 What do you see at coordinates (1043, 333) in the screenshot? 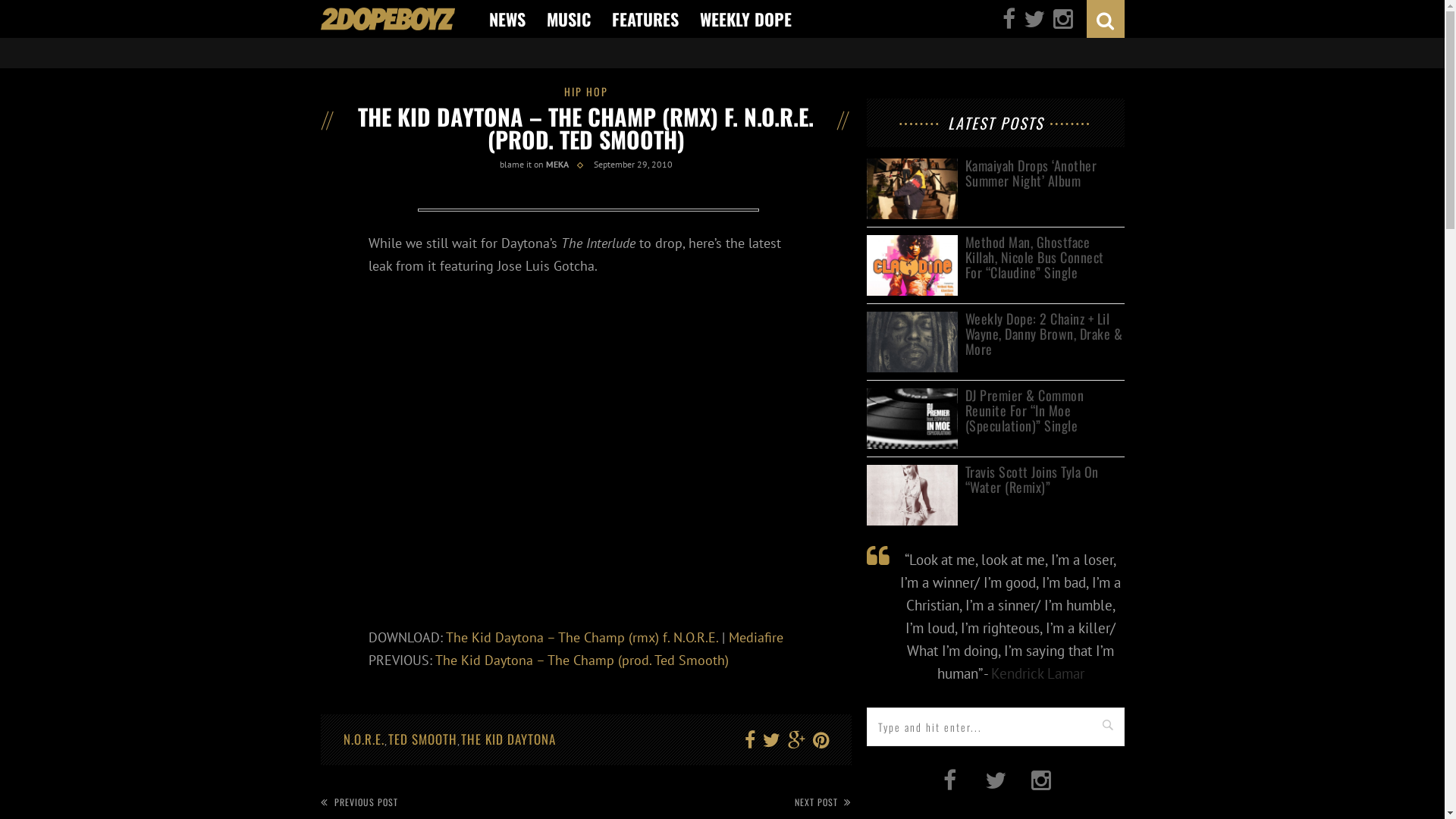
I see `'Weekly Dope: 2 Chainz + Lil Wayne, Danny Brown, Drake & More'` at bounding box center [1043, 333].